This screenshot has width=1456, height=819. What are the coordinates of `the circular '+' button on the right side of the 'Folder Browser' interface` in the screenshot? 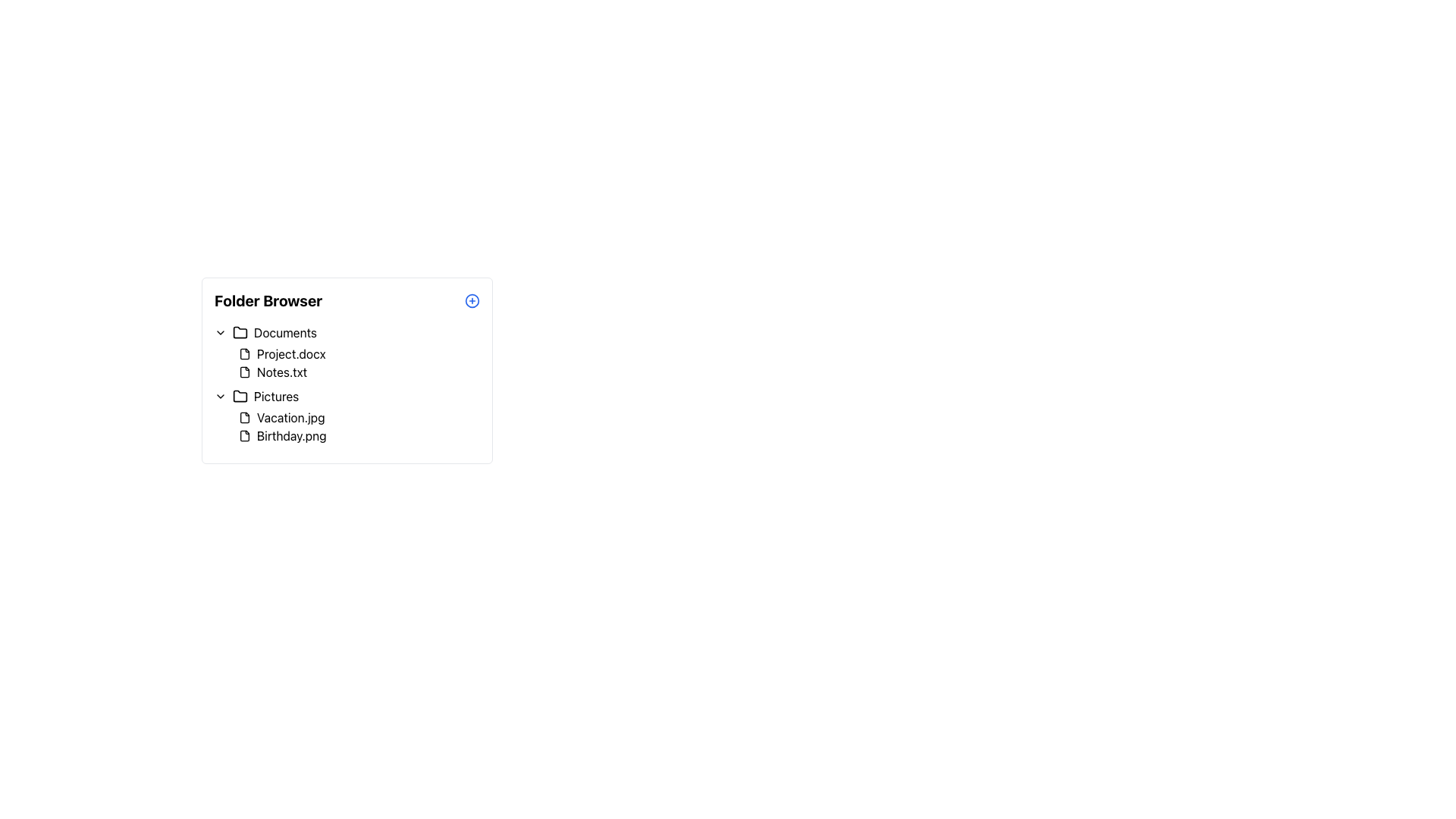 It's located at (472, 301).